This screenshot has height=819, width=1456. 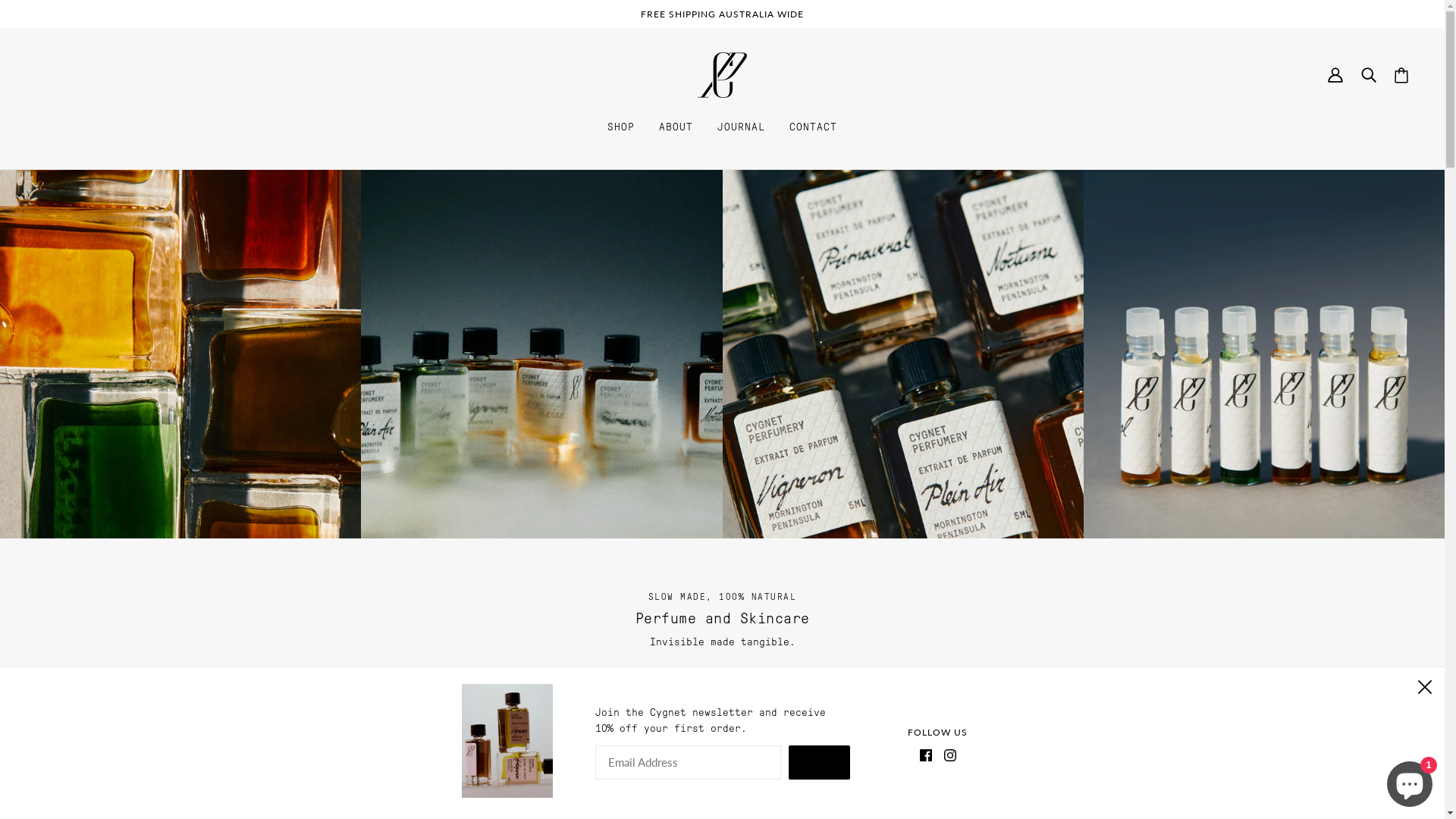 What do you see at coordinates (721, 75) in the screenshot?
I see `'Cygnet Perfumery'` at bounding box center [721, 75].